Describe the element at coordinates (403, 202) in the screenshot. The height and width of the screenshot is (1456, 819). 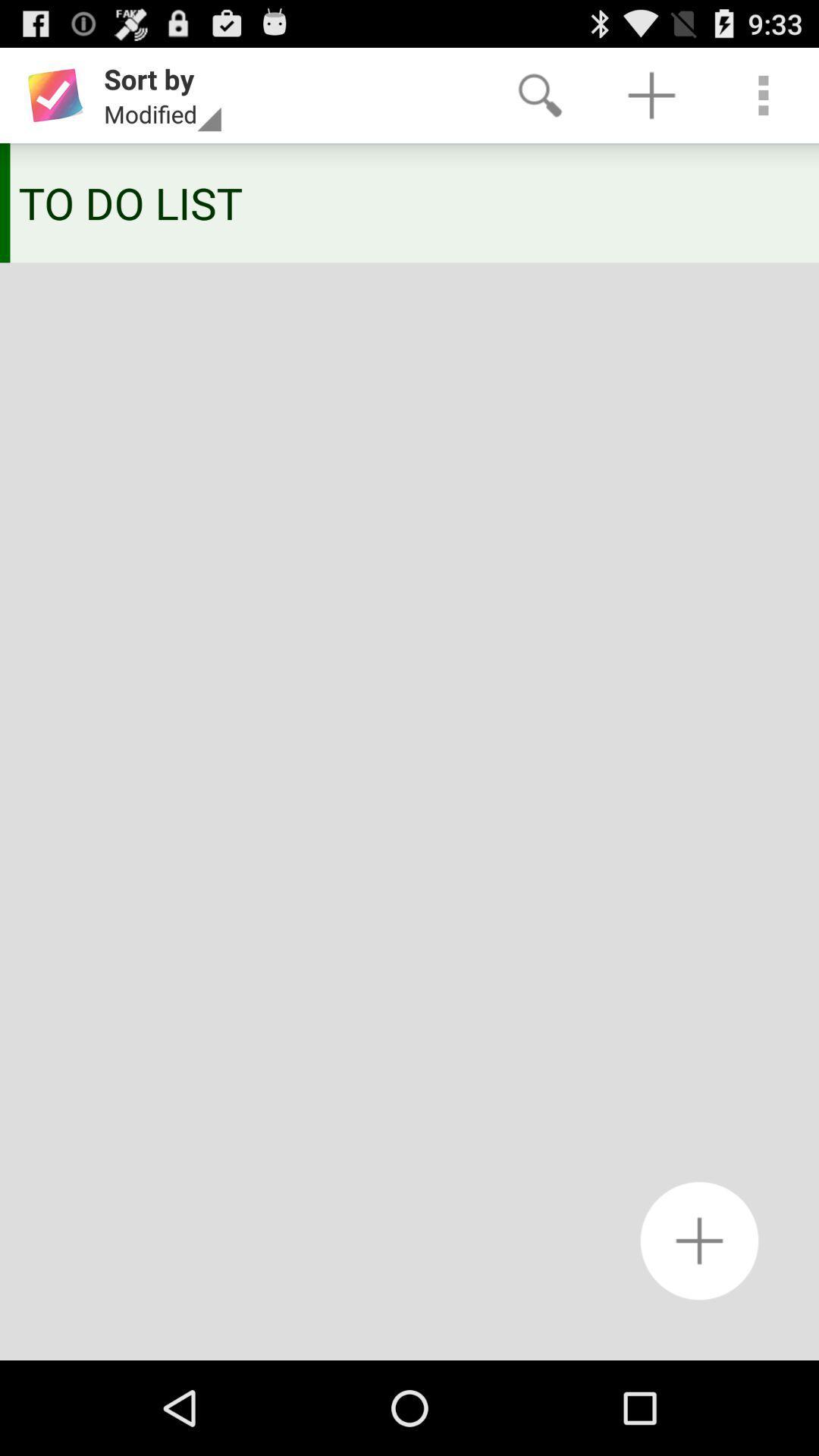
I see `to do list app` at that location.